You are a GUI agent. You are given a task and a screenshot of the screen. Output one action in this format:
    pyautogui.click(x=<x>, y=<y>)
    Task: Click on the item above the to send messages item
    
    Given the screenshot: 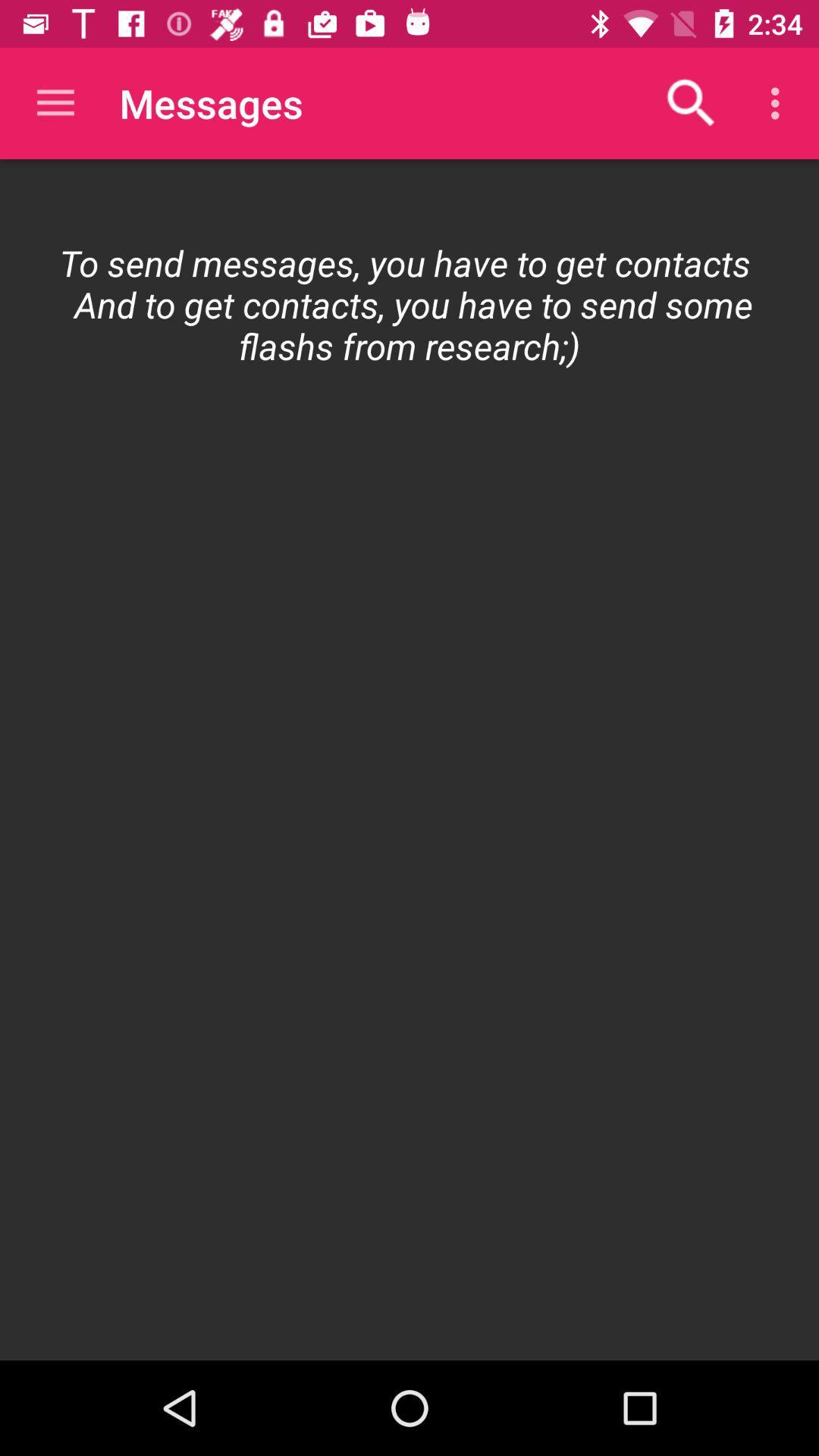 What is the action you would take?
    pyautogui.click(x=779, y=102)
    